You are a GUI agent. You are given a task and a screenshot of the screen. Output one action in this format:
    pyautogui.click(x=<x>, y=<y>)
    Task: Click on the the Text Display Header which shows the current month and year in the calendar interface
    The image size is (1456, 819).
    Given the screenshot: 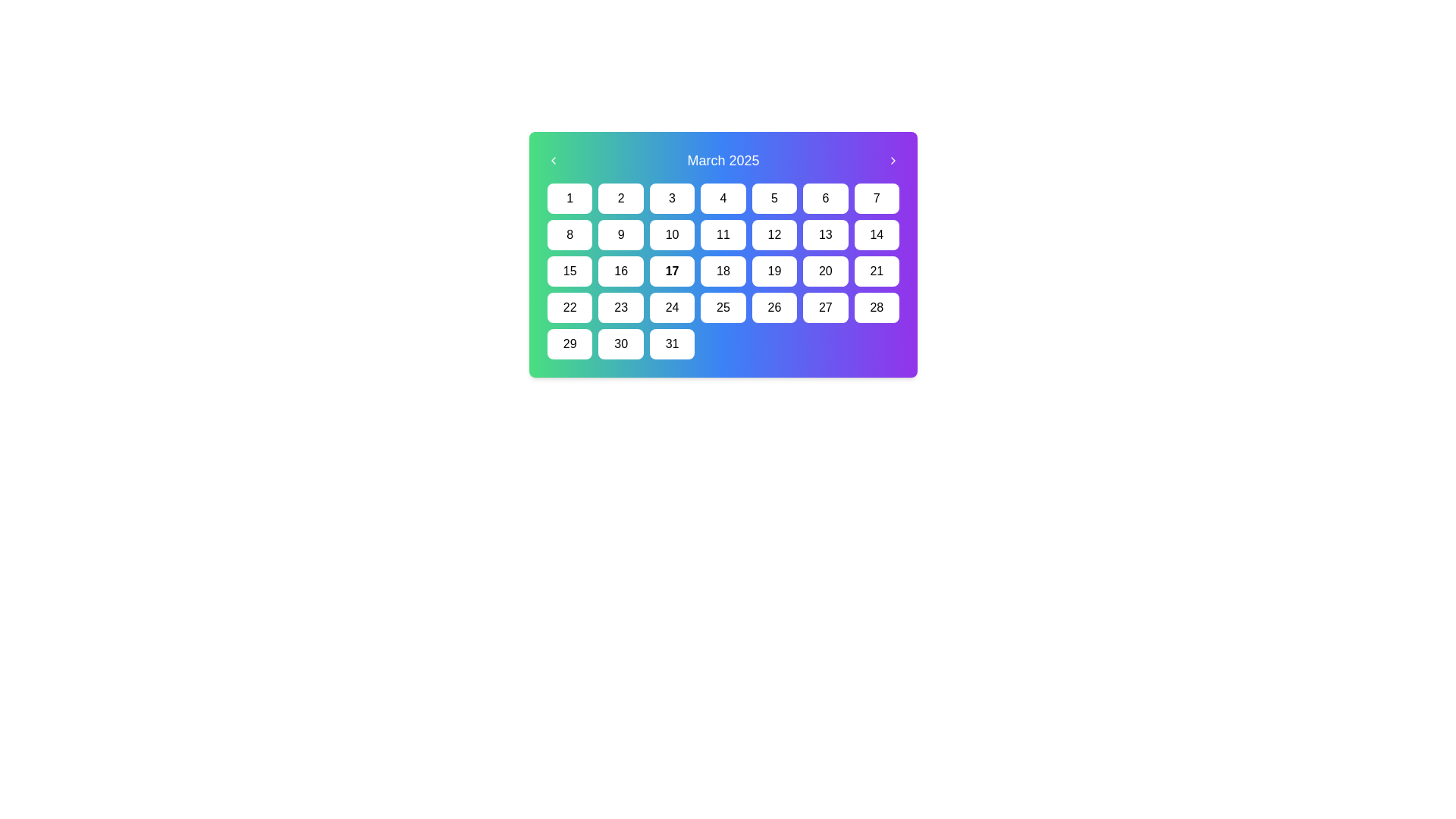 What is the action you would take?
    pyautogui.click(x=723, y=161)
    